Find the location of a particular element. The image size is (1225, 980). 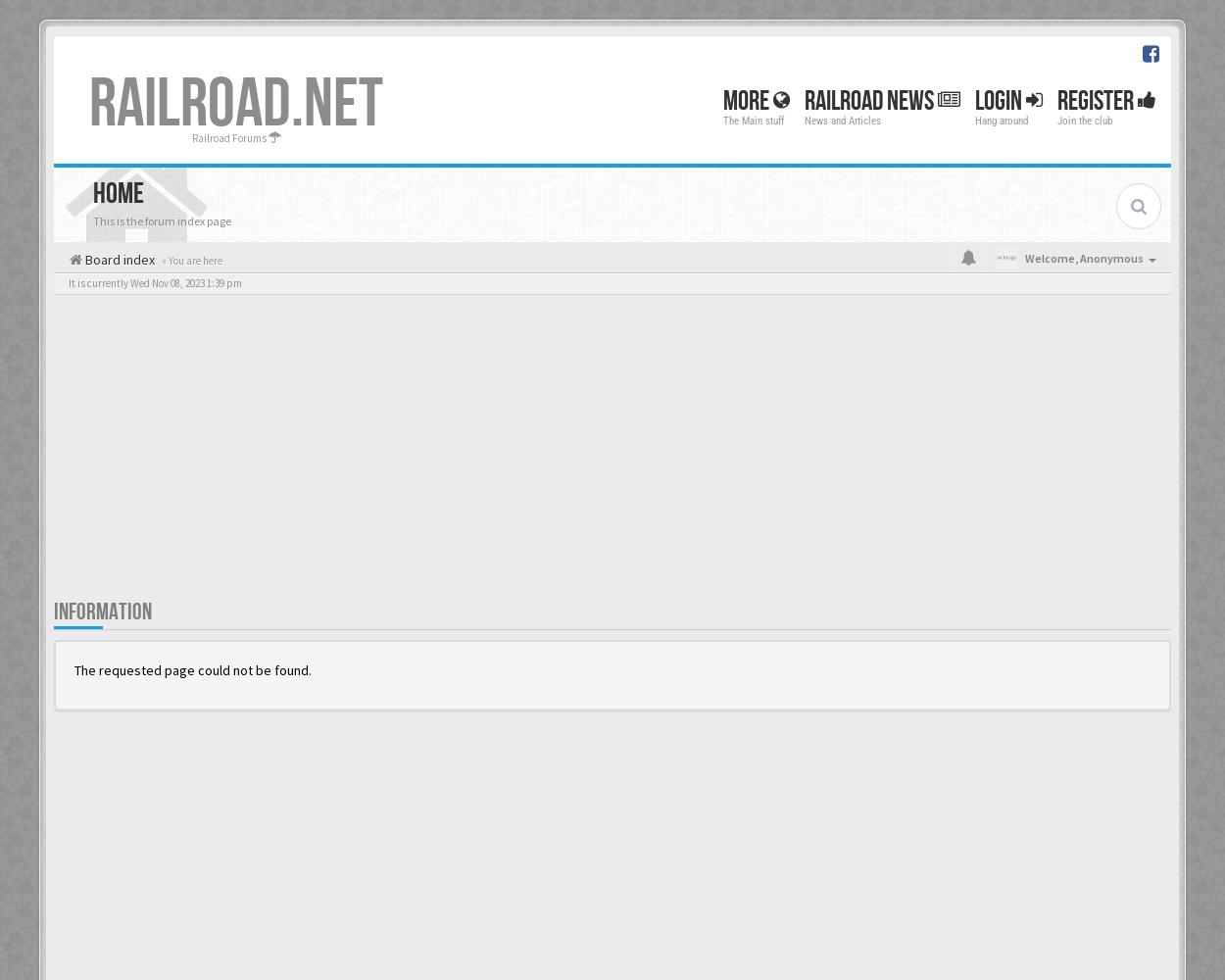

'This is the forum index page' is located at coordinates (92, 220).